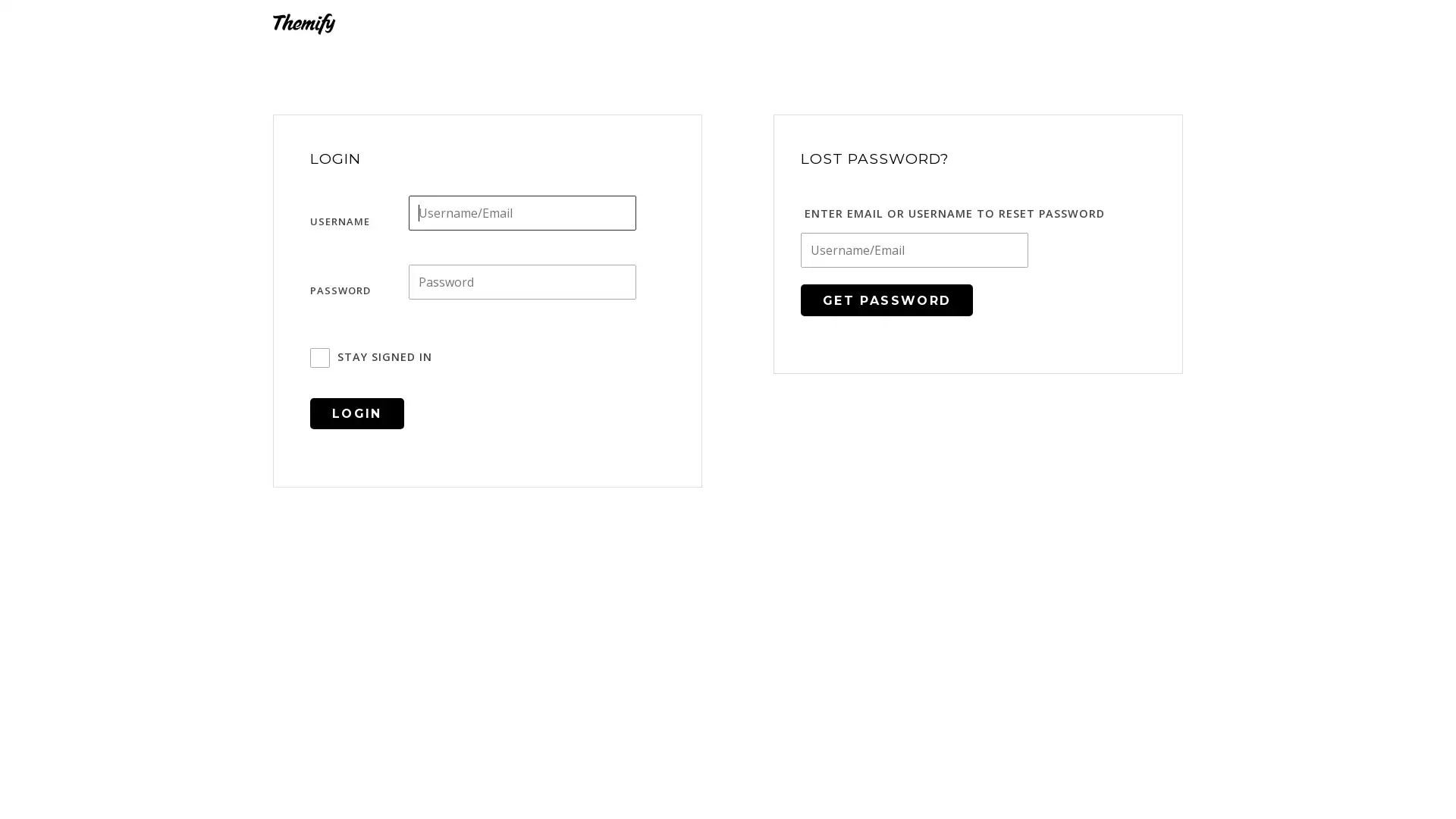 The image size is (1456, 819). Describe the element at coordinates (886, 300) in the screenshot. I see `Get Password` at that location.